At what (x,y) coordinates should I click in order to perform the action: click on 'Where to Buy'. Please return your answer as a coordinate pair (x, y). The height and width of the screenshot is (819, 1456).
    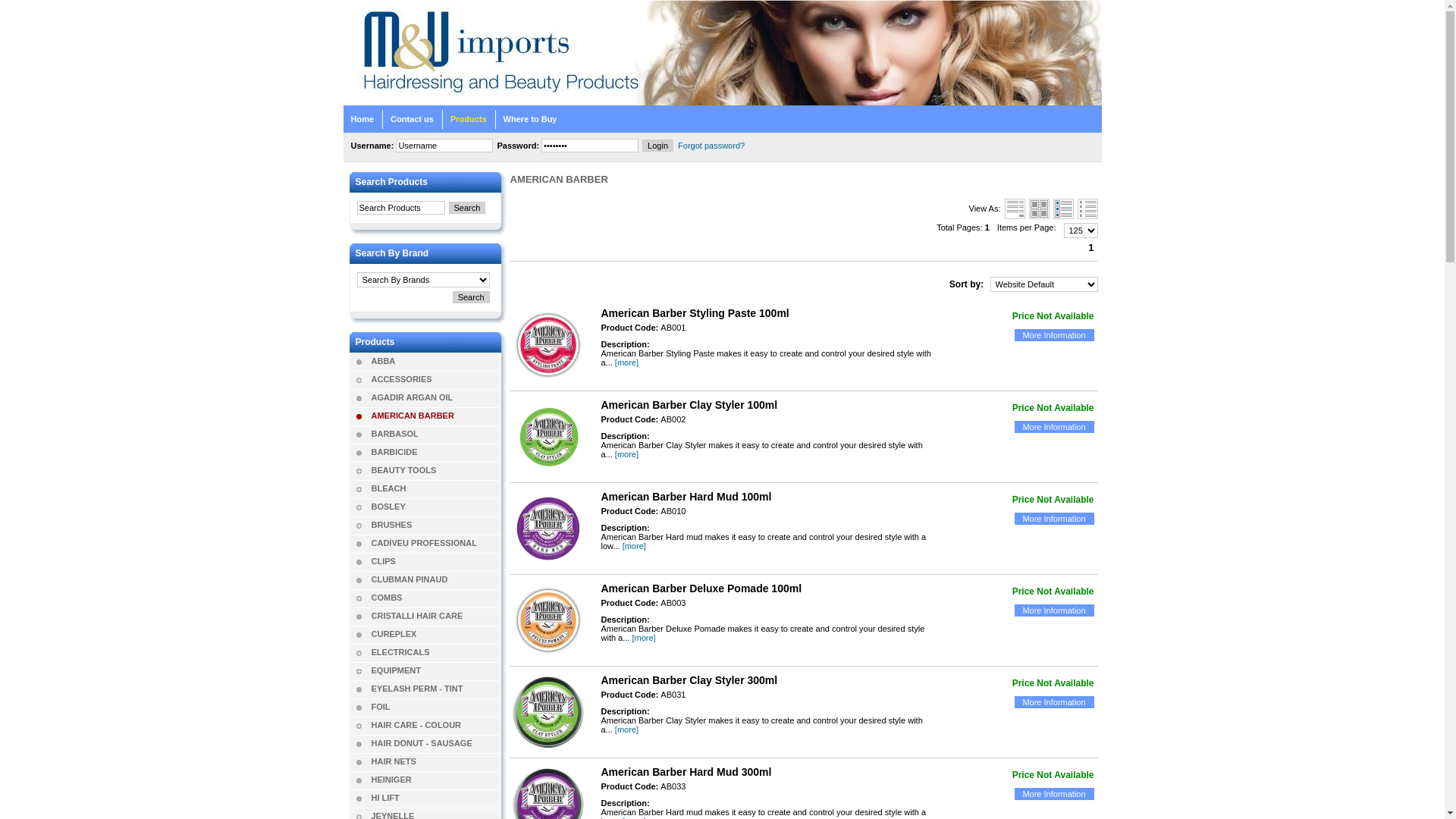
    Looking at the image, I should click on (530, 118).